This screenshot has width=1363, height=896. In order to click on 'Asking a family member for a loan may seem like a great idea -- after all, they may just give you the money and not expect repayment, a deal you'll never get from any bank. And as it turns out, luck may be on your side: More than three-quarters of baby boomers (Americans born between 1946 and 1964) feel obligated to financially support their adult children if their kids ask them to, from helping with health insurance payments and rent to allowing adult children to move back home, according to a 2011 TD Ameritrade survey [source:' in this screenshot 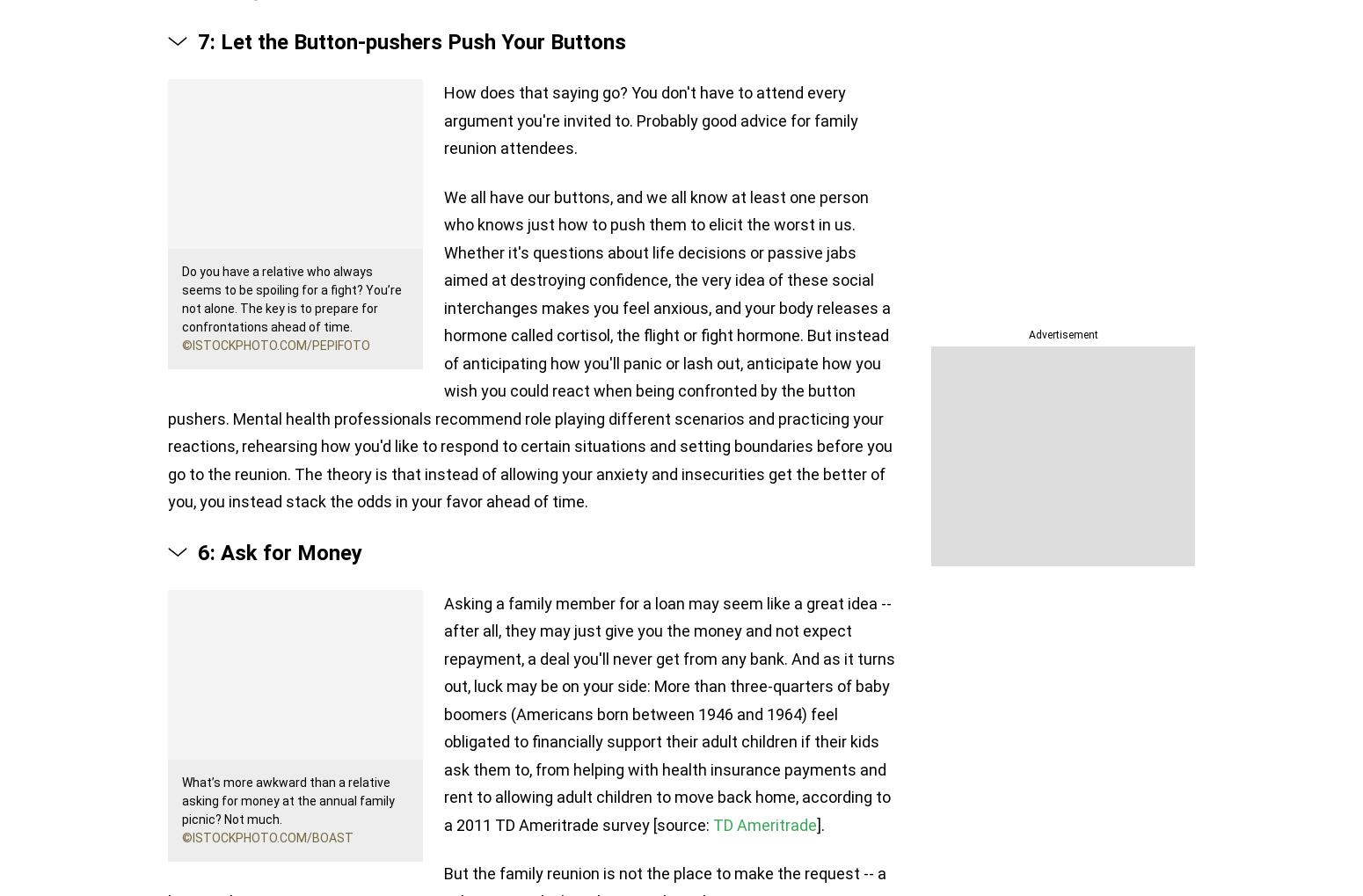, I will do `click(669, 713)`.